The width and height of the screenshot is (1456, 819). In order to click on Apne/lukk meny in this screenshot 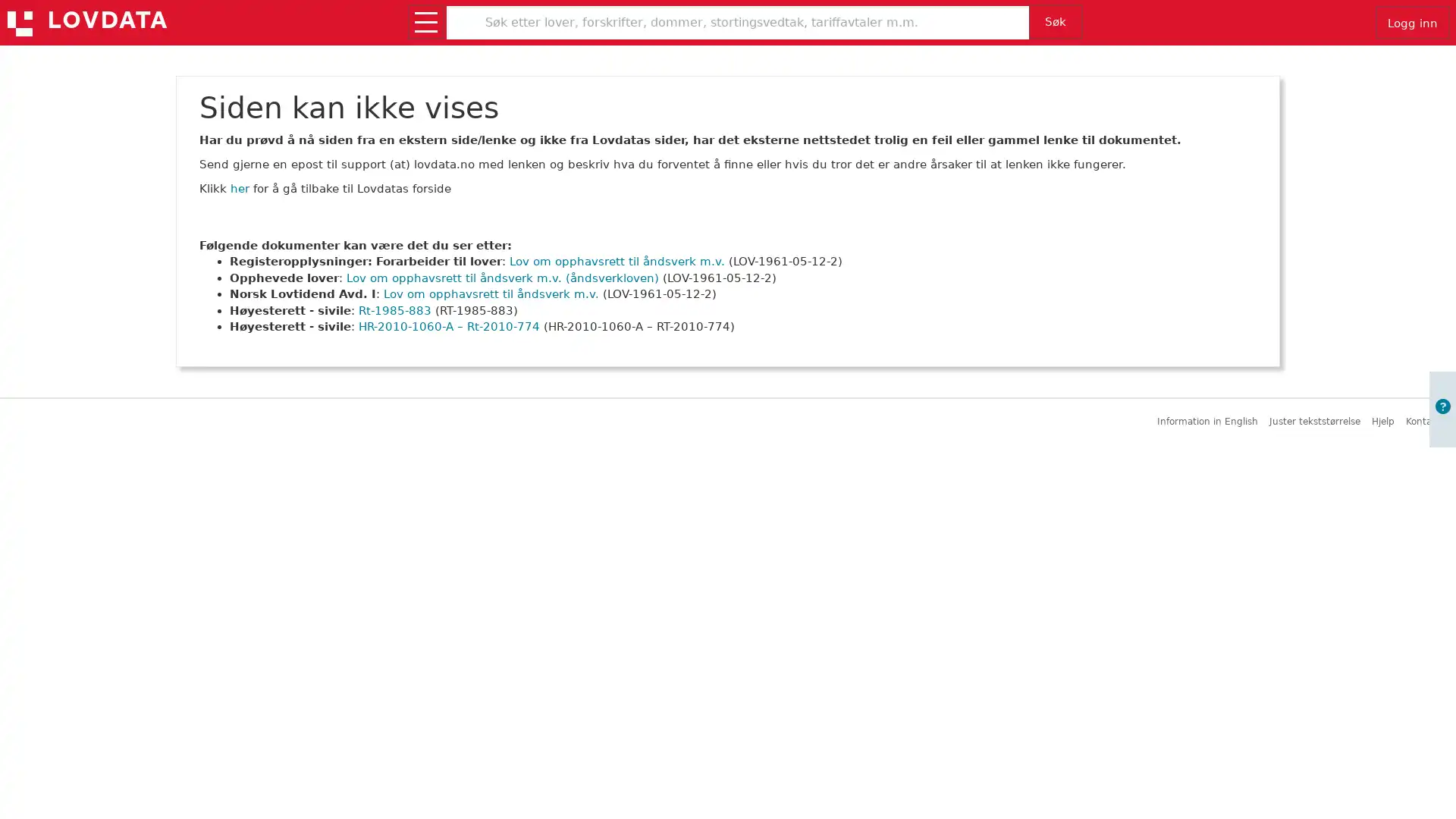, I will do `click(425, 22)`.